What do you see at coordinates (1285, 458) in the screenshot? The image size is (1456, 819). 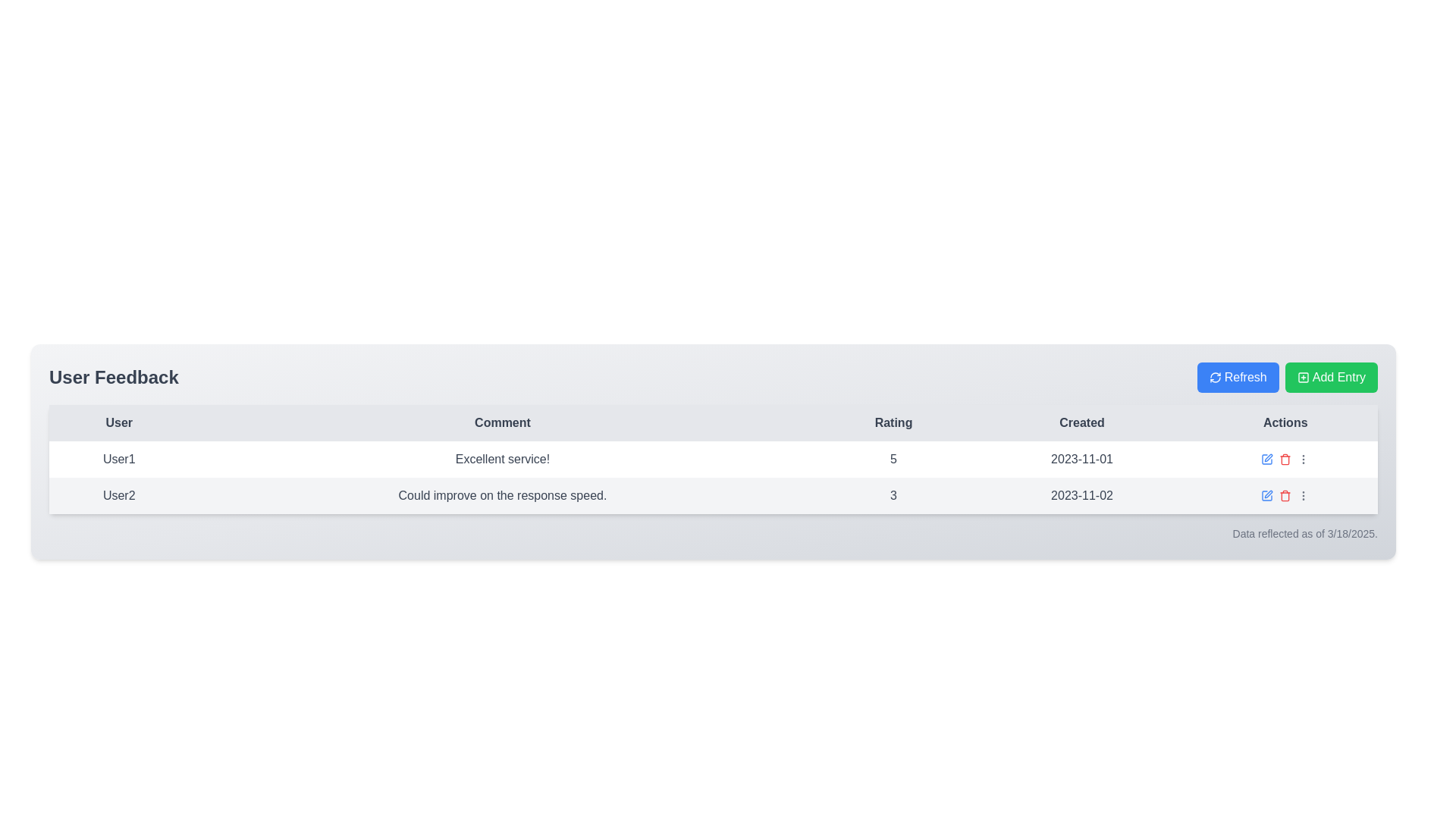 I see `the delete icon button located in the 'Actions' column of the table row` at bounding box center [1285, 458].